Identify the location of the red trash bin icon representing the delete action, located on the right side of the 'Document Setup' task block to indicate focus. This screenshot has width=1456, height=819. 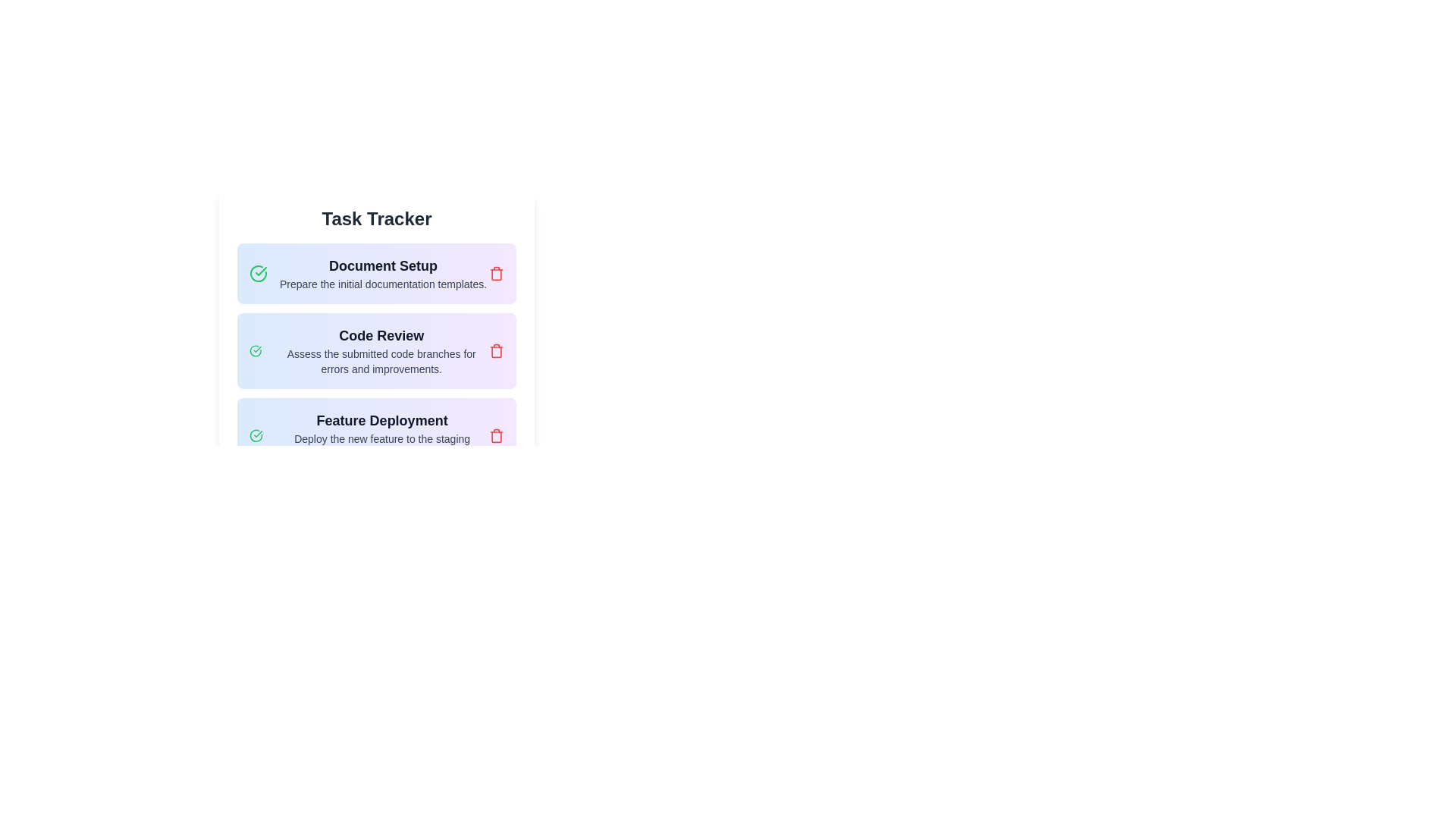
(496, 274).